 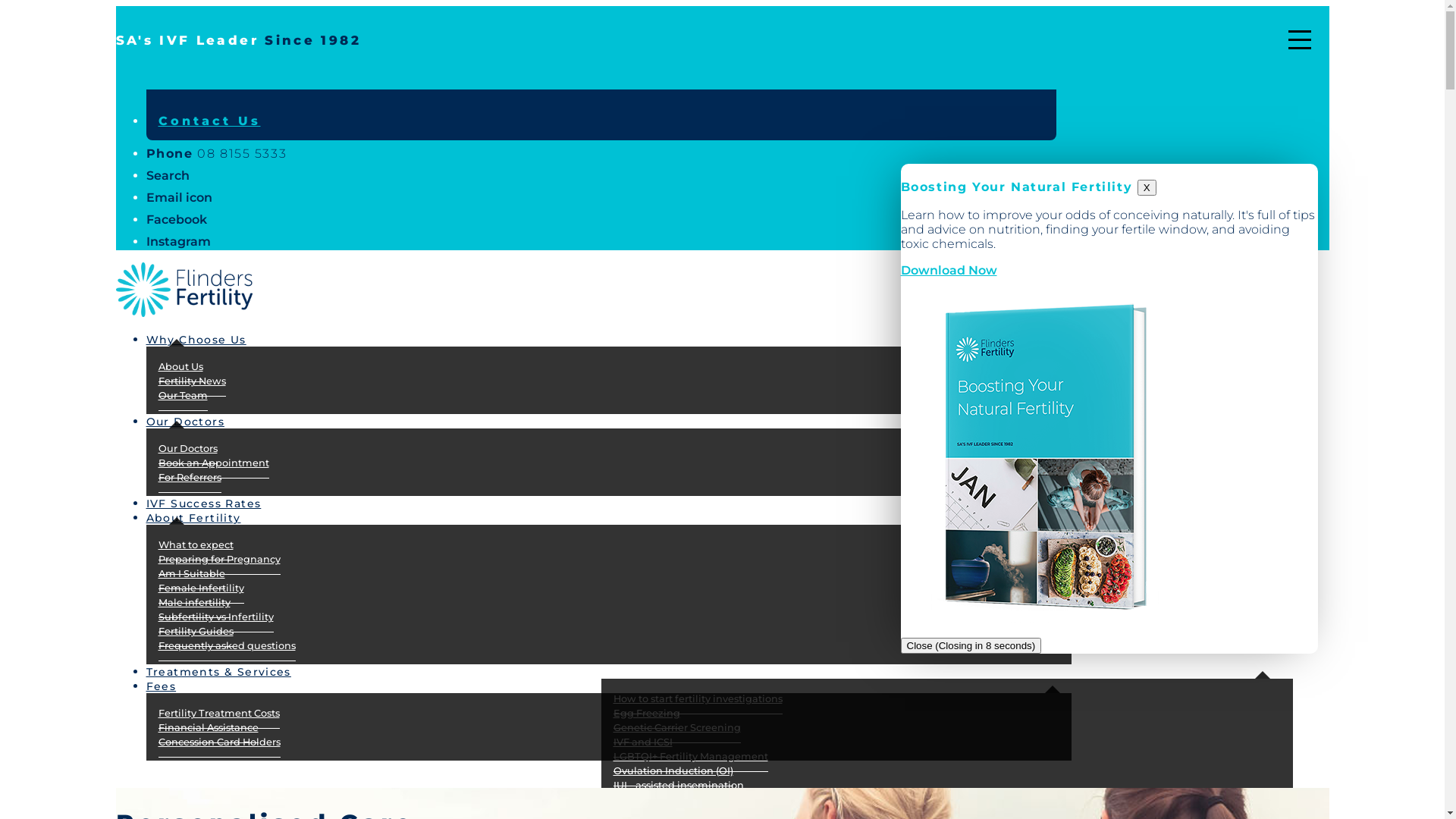 What do you see at coordinates (177, 240) in the screenshot?
I see `'Instagram'` at bounding box center [177, 240].